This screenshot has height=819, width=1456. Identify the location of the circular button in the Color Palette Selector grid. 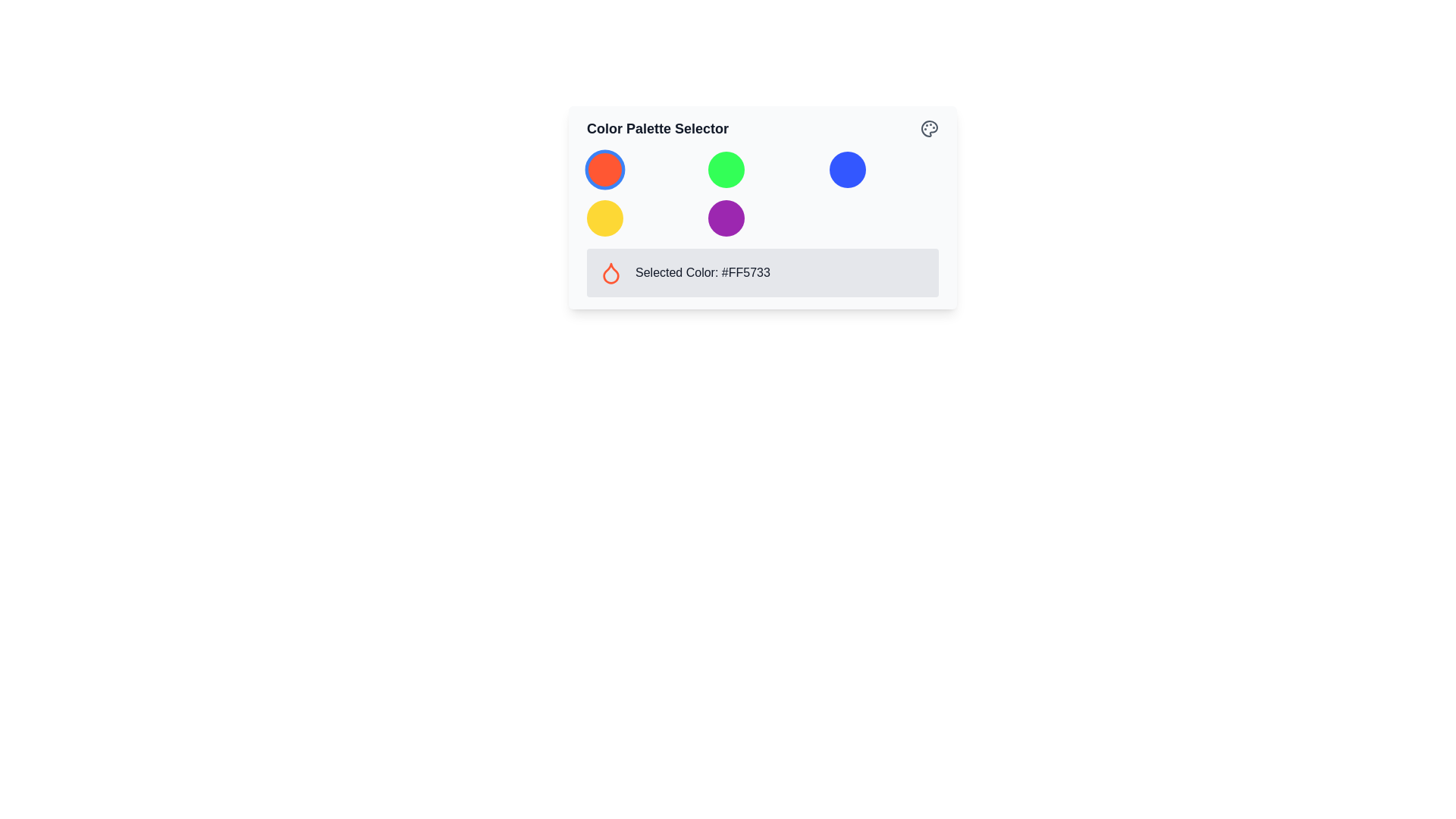
(763, 199).